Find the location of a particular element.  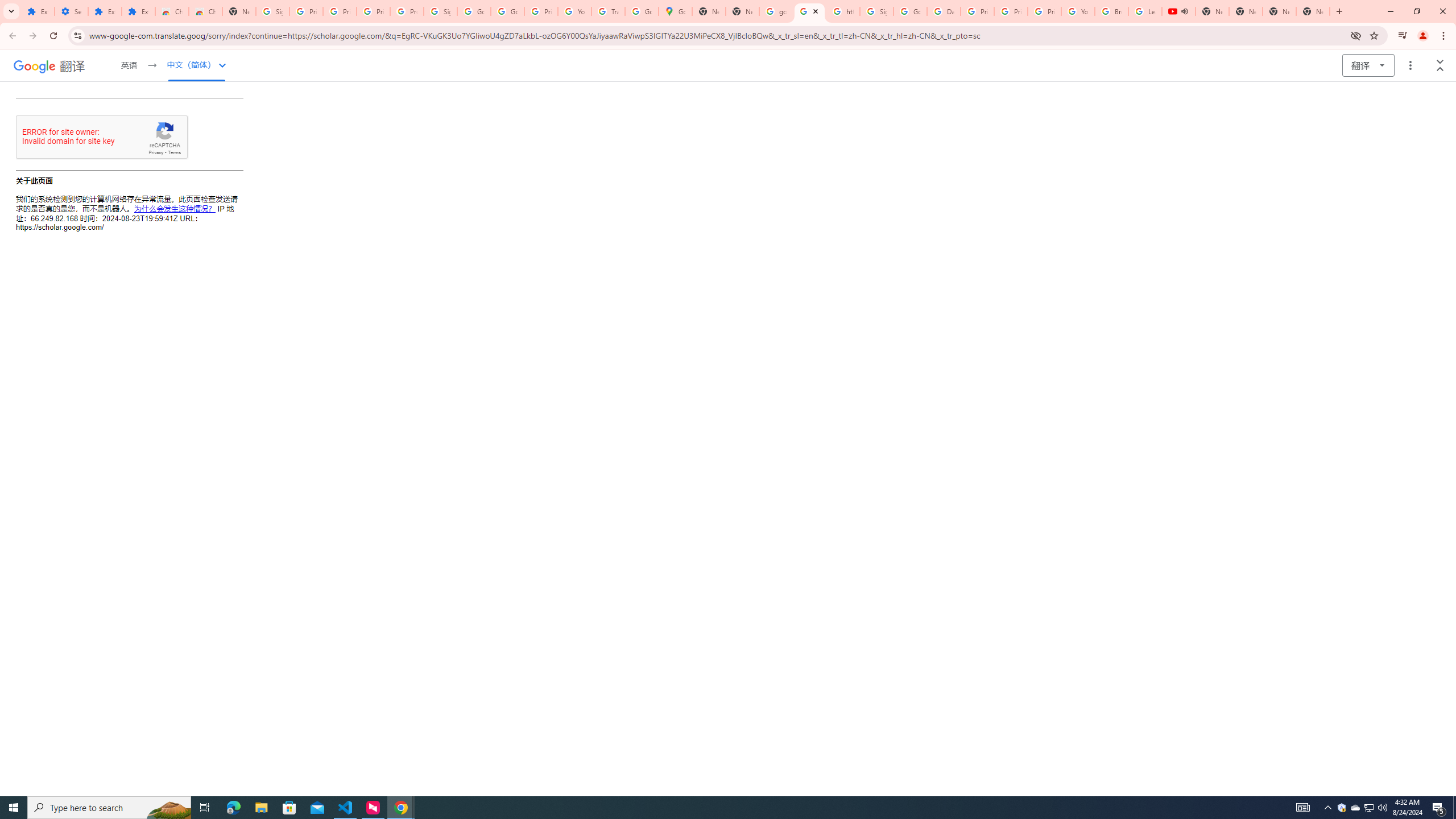

'Google' is located at coordinates (34, 65).